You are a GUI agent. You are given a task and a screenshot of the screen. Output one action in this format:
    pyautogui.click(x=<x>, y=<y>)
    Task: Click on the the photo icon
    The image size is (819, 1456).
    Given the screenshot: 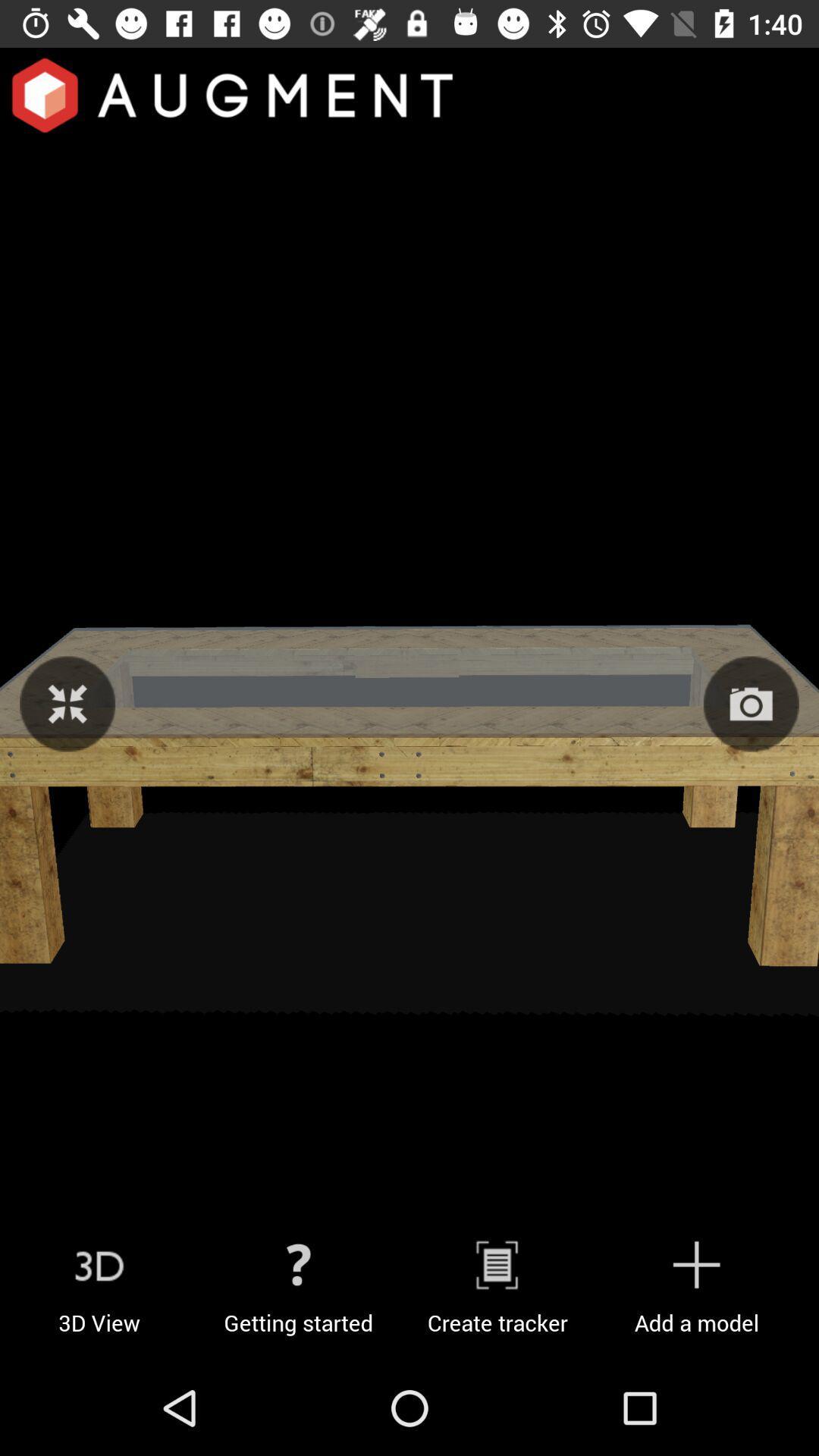 What is the action you would take?
    pyautogui.click(x=751, y=703)
    